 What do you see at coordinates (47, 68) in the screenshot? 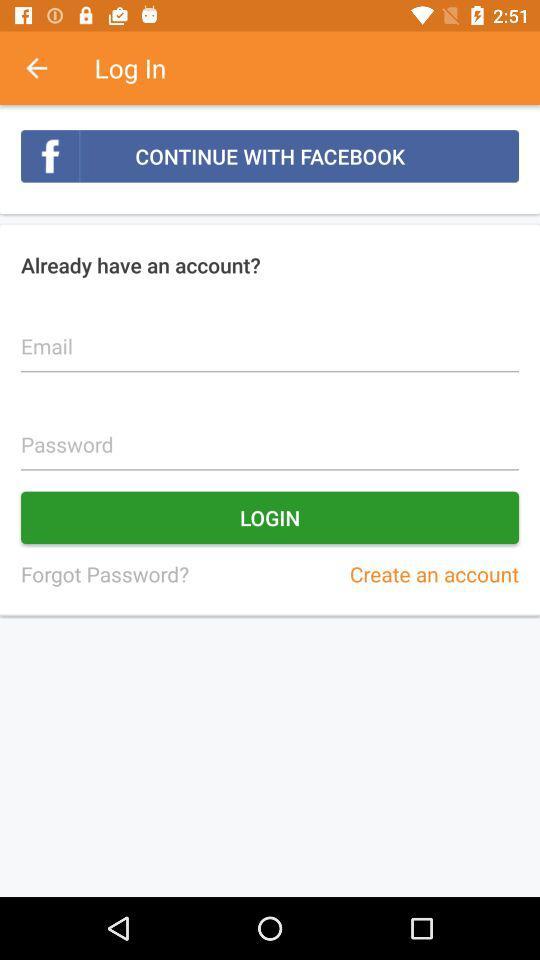
I see `the icon to the left of the log in item` at bounding box center [47, 68].